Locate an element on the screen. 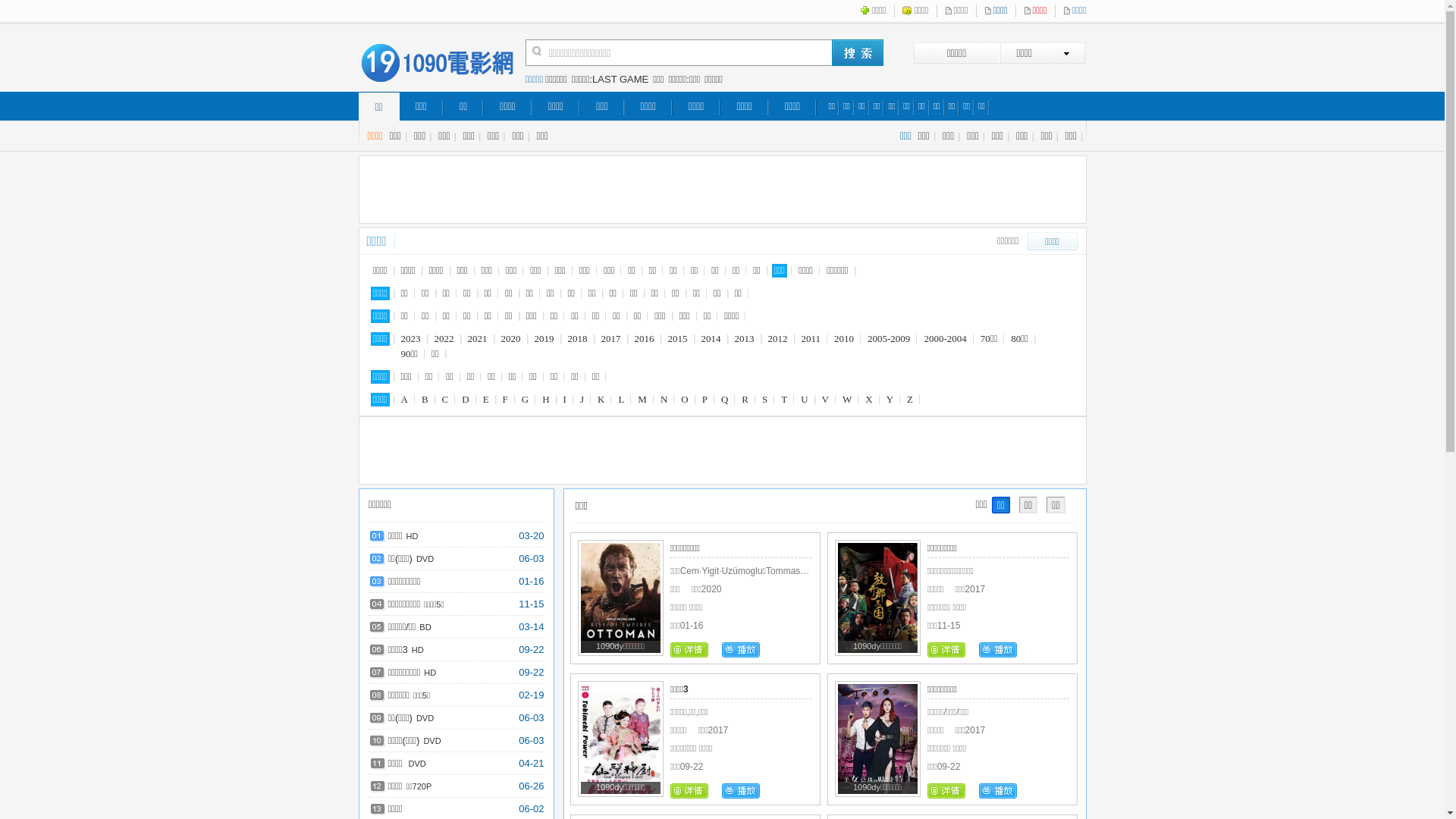 The image size is (1456, 819). '2019' is located at coordinates (544, 338).